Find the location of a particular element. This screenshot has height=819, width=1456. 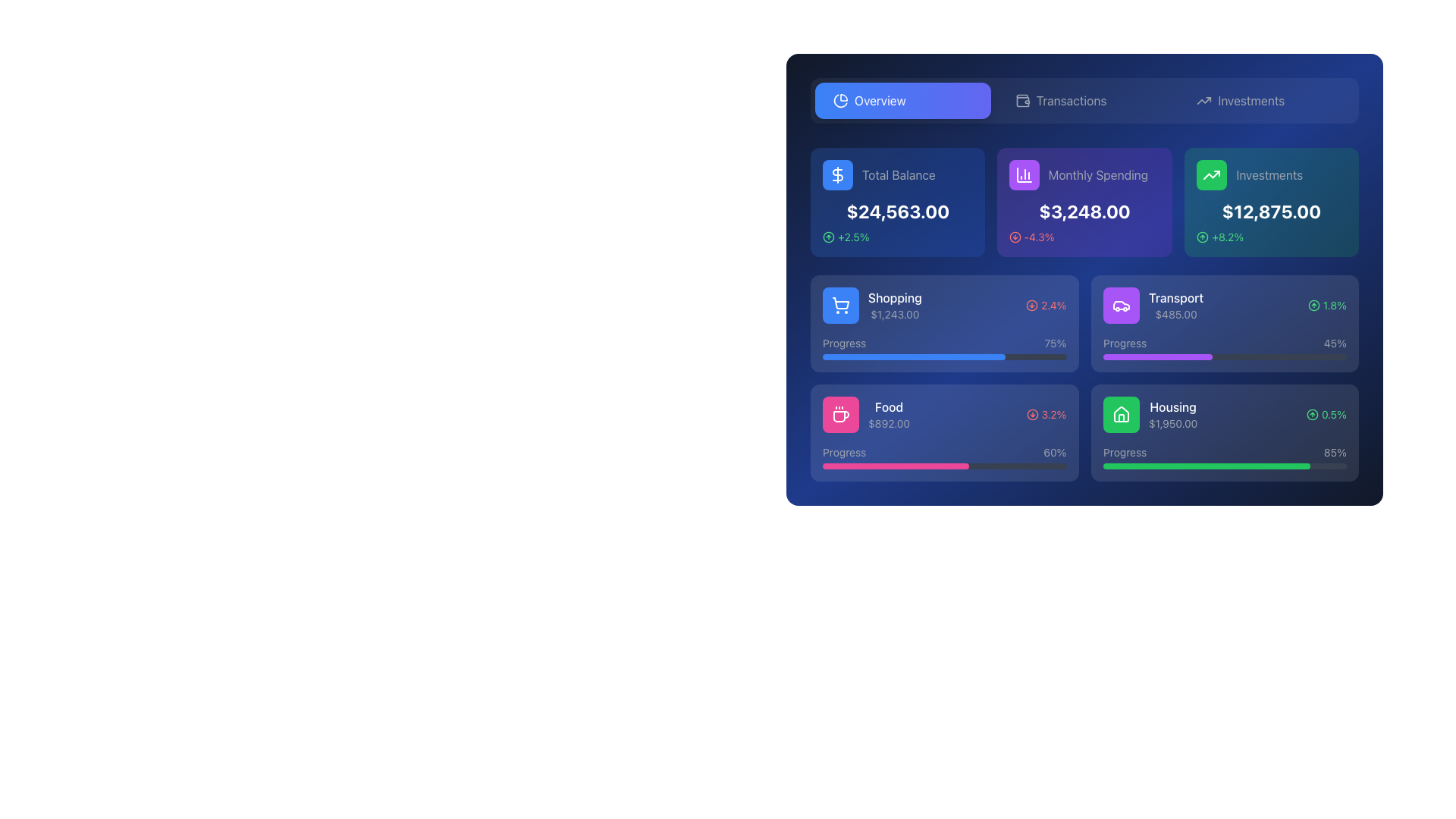

the 'Transactions' tab within the navigation bar for keyboard navigation is located at coordinates (1084, 100).